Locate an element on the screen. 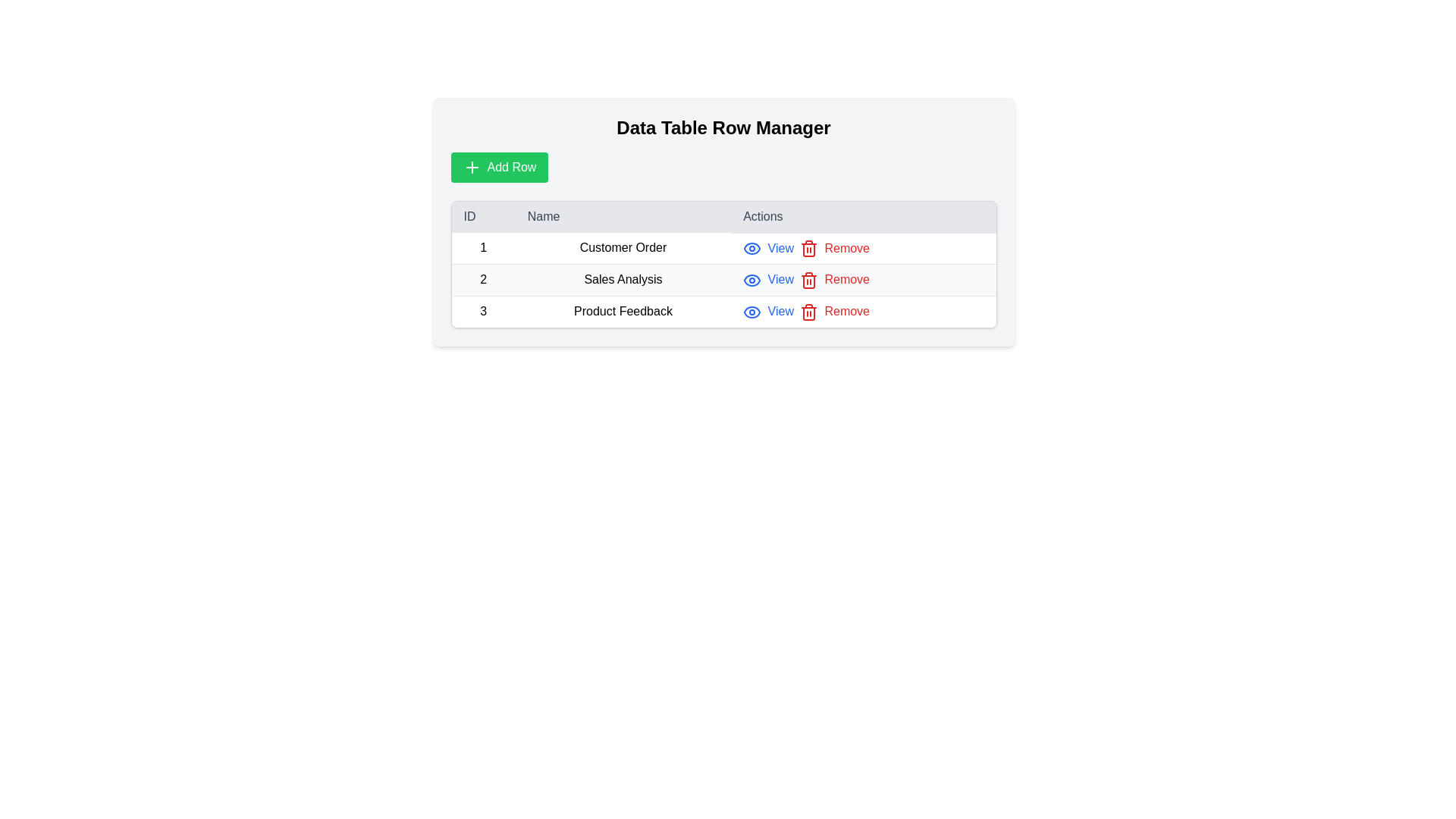 This screenshot has height=819, width=1456. the interactive trash bin icon located in the 'Actions' column of the third row in the displayed table is located at coordinates (808, 282).